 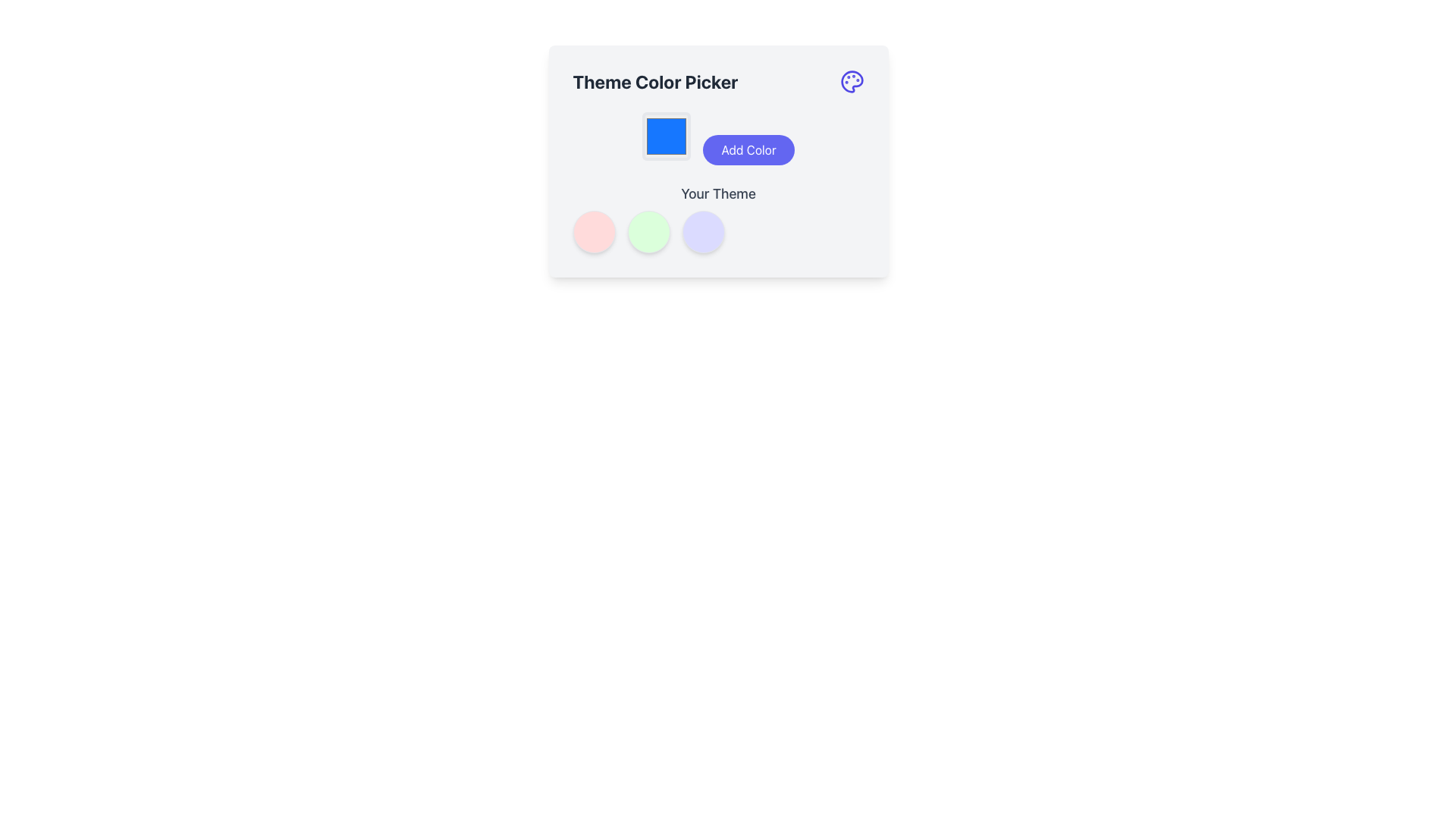 What do you see at coordinates (852, 82) in the screenshot?
I see `the colorful palette icon in the top-right corner of the 'Theme Color Picker' section` at bounding box center [852, 82].